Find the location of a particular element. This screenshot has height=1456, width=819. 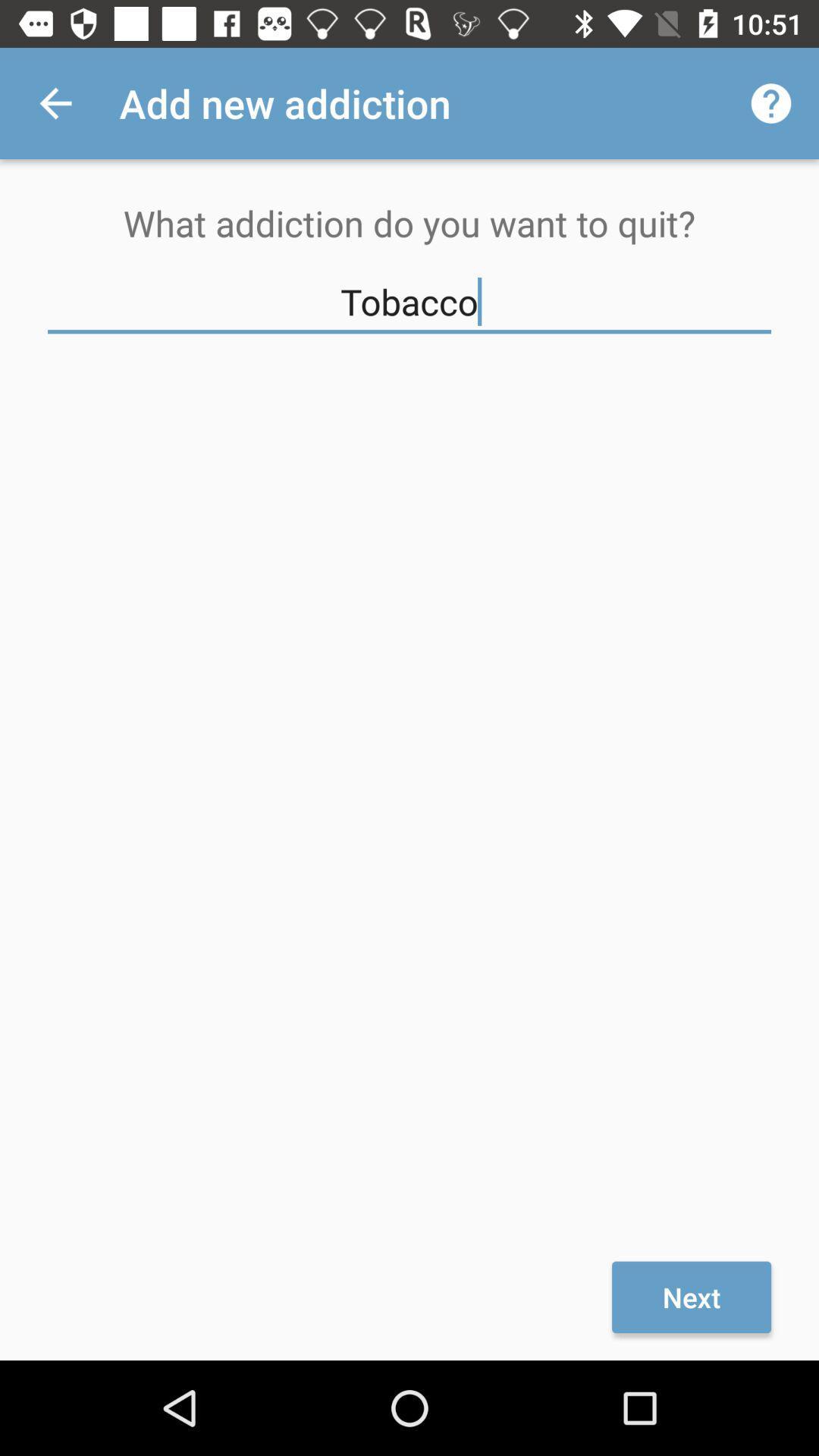

icon above the what addiction do icon is located at coordinates (55, 102).